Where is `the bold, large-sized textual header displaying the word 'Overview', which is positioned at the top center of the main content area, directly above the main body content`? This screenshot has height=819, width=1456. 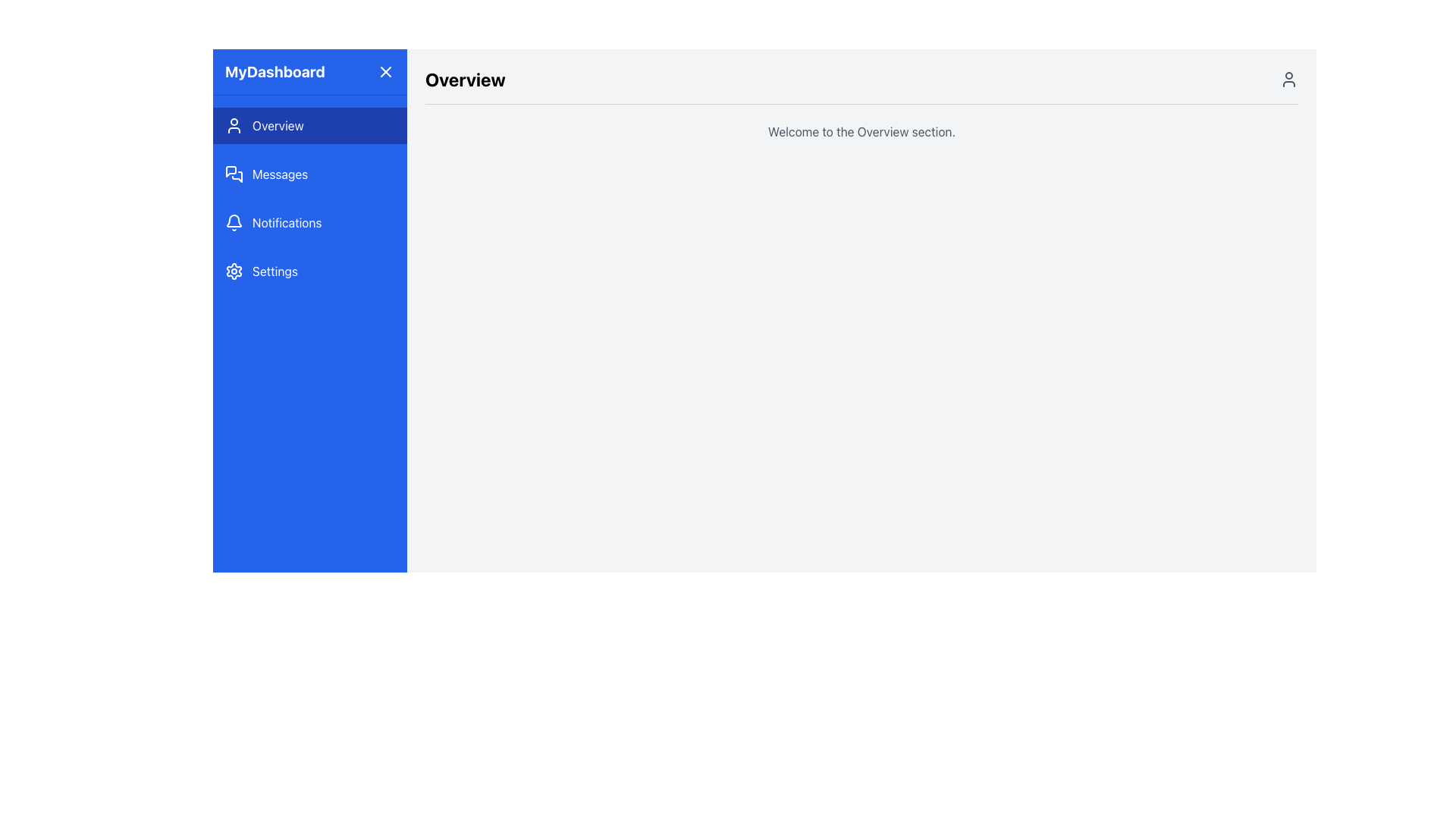
the bold, large-sized textual header displaying the word 'Overview', which is positioned at the top center of the main content area, directly above the main body content is located at coordinates (464, 79).